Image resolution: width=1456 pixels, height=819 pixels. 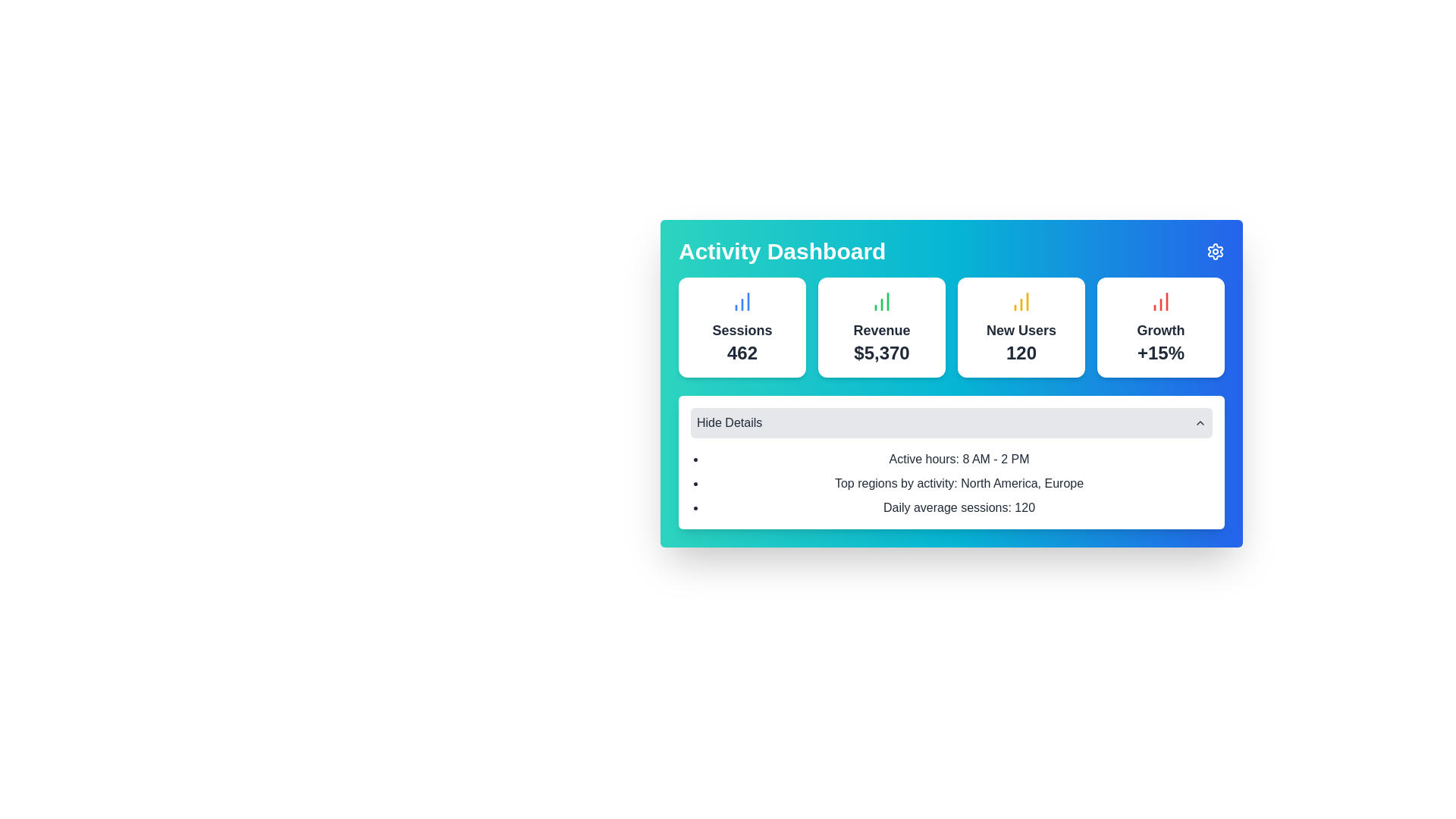 I want to click on numerical value '462' displayed in bold black font below the 'Sessions' label inside the white card in the top left corner of the interface, so click(x=742, y=353).